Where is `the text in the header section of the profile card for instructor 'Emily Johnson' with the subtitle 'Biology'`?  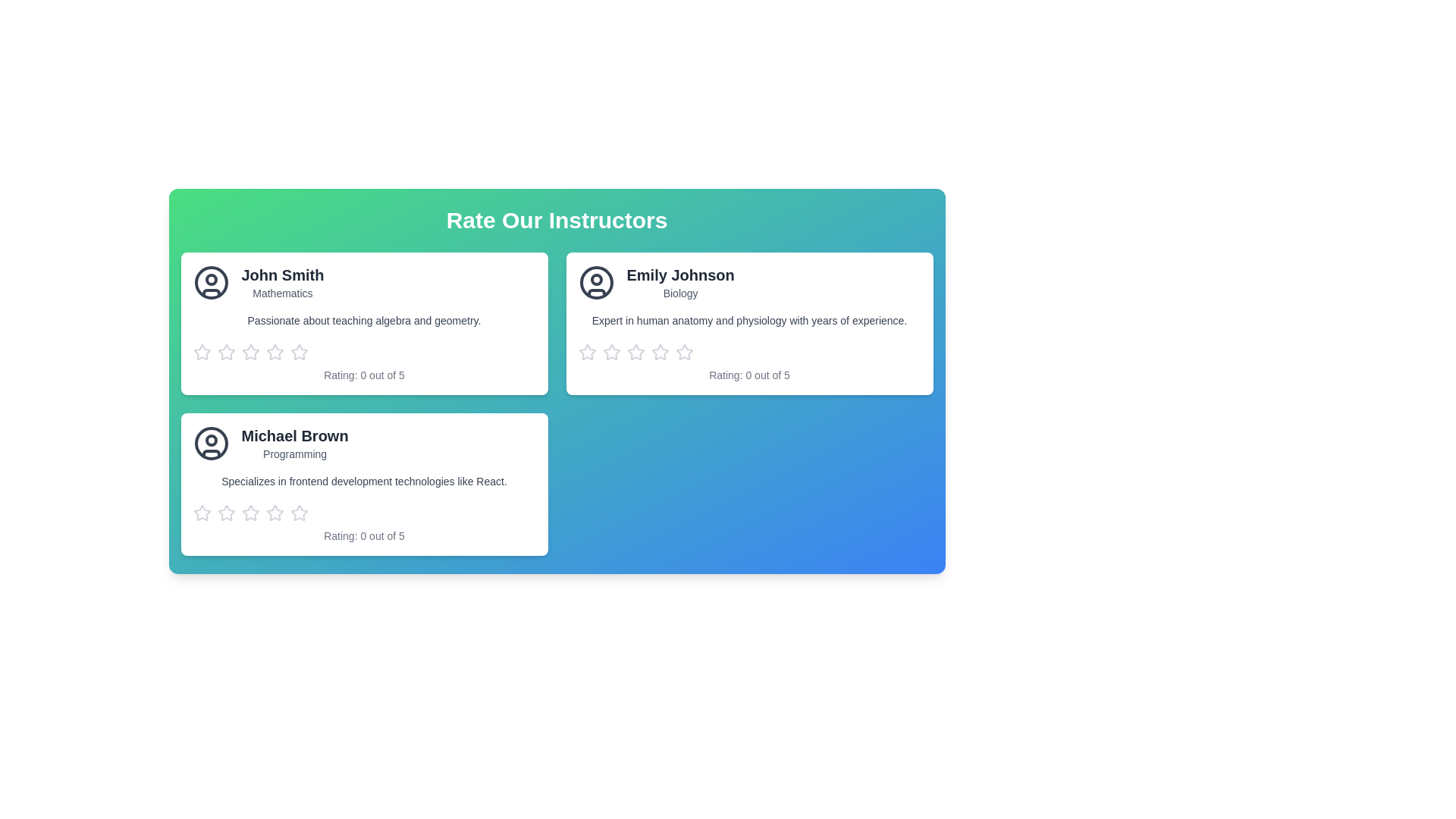 the text in the header section of the profile card for instructor 'Emily Johnson' with the subtitle 'Biology' is located at coordinates (749, 283).